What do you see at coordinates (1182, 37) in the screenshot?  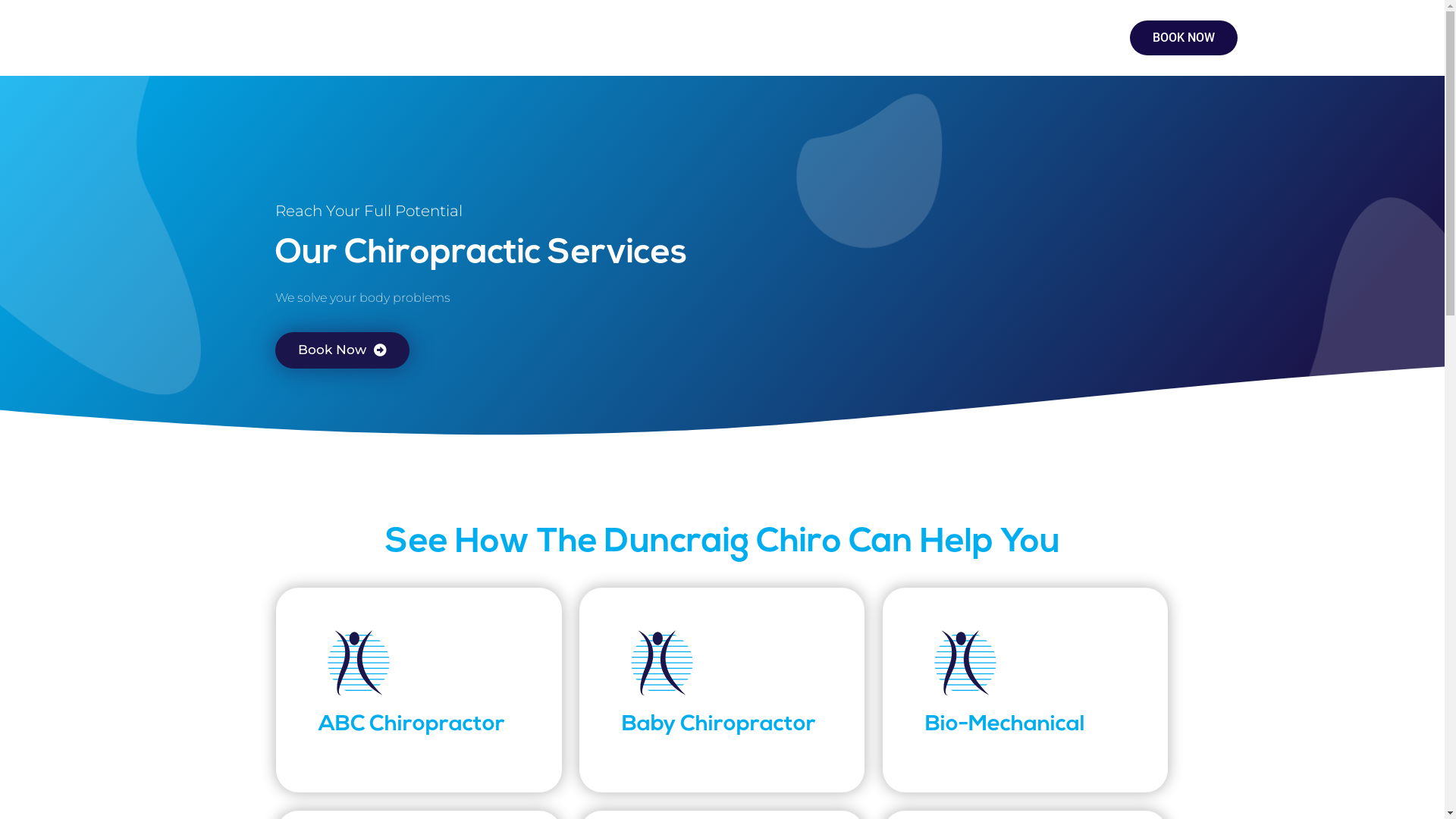 I see `'BOOK NOW'` at bounding box center [1182, 37].